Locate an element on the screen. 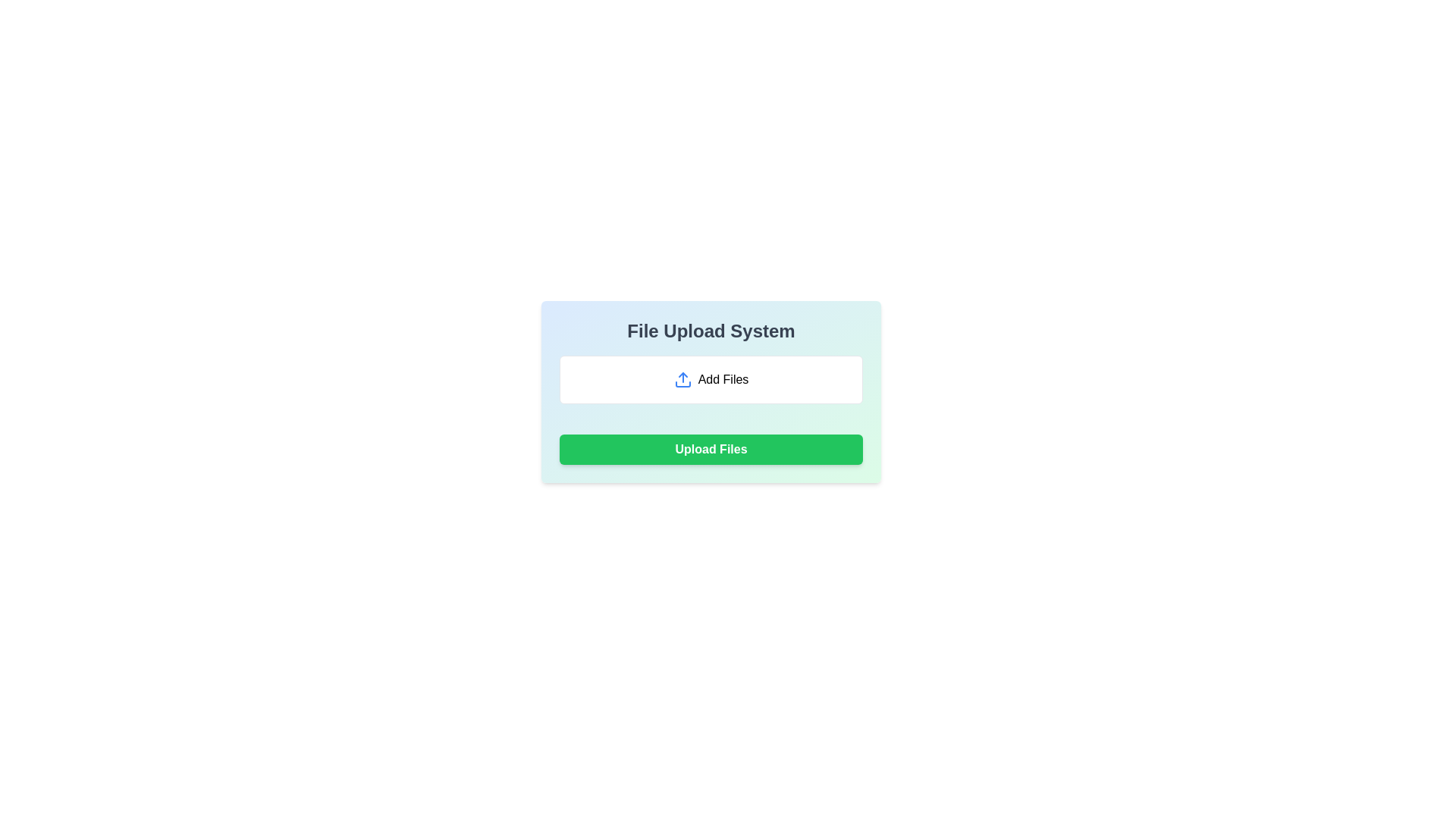 Image resolution: width=1456 pixels, height=819 pixels. the title text element located at the top of the card-like structure, which serves as a header for the application or interface section is located at coordinates (710, 330).